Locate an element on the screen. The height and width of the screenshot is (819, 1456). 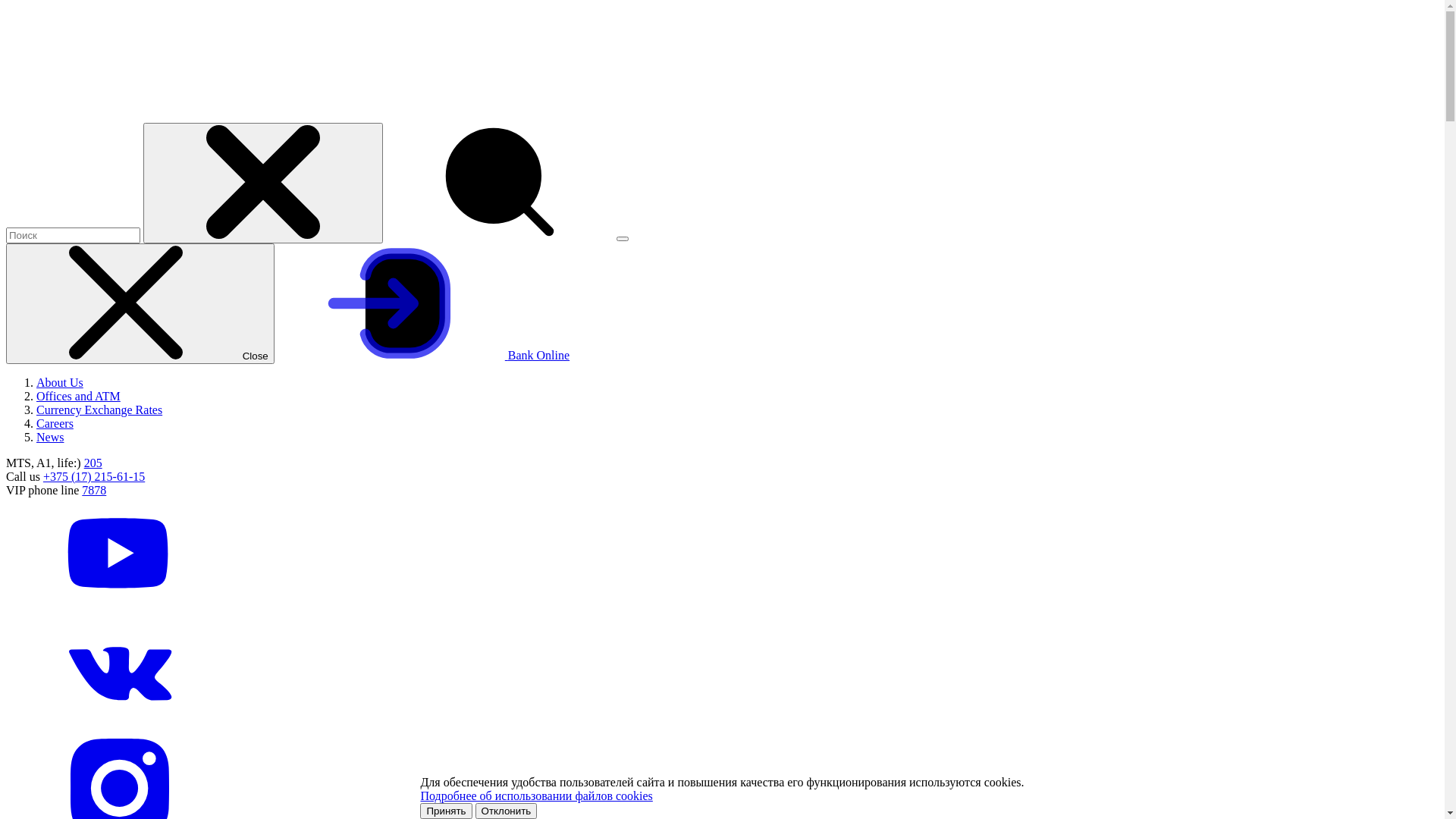
'YouTube' is located at coordinates (119, 606).